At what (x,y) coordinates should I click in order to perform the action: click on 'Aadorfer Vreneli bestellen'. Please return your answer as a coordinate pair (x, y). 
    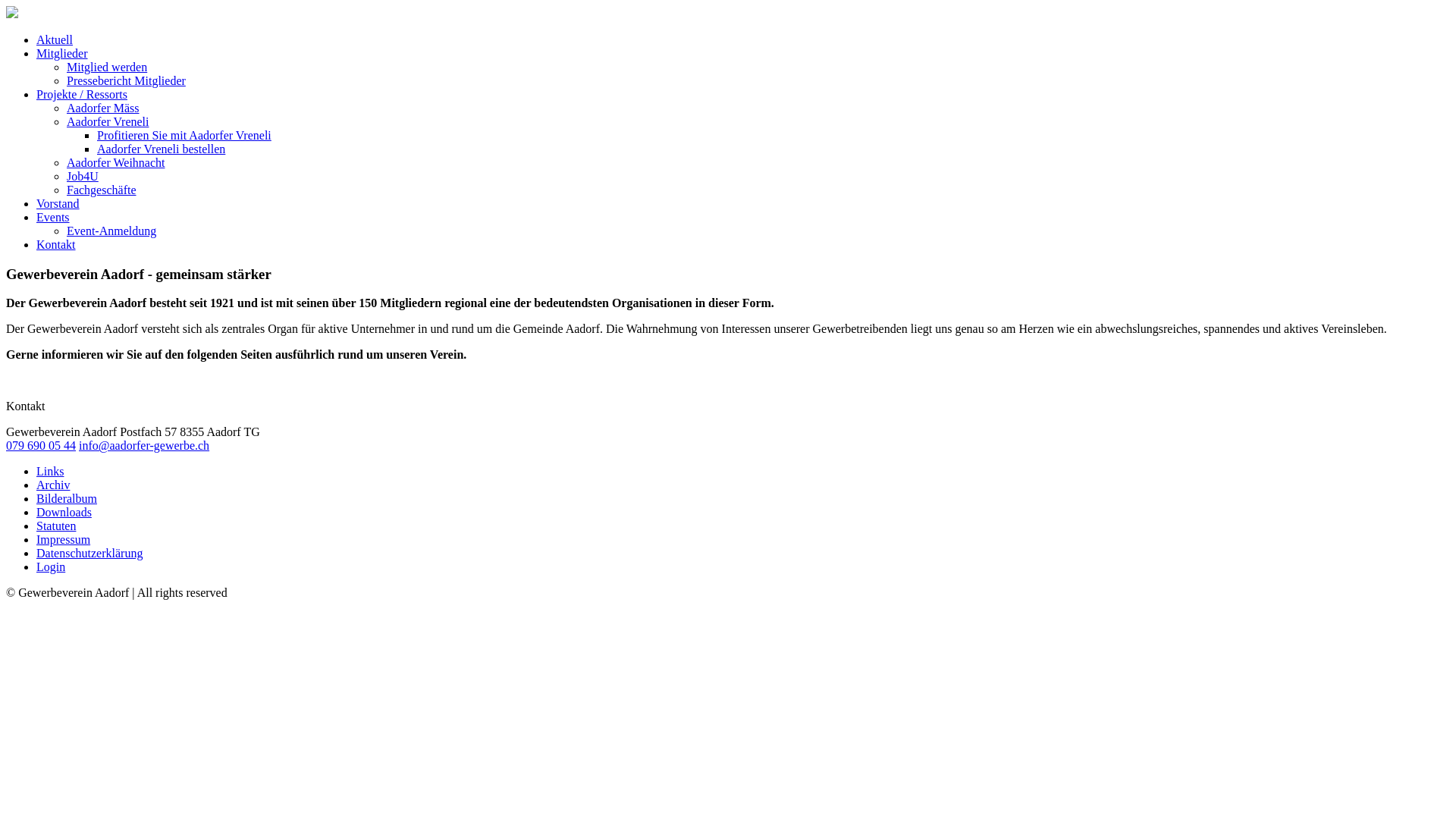
    Looking at the image, I should click on (161, 149).